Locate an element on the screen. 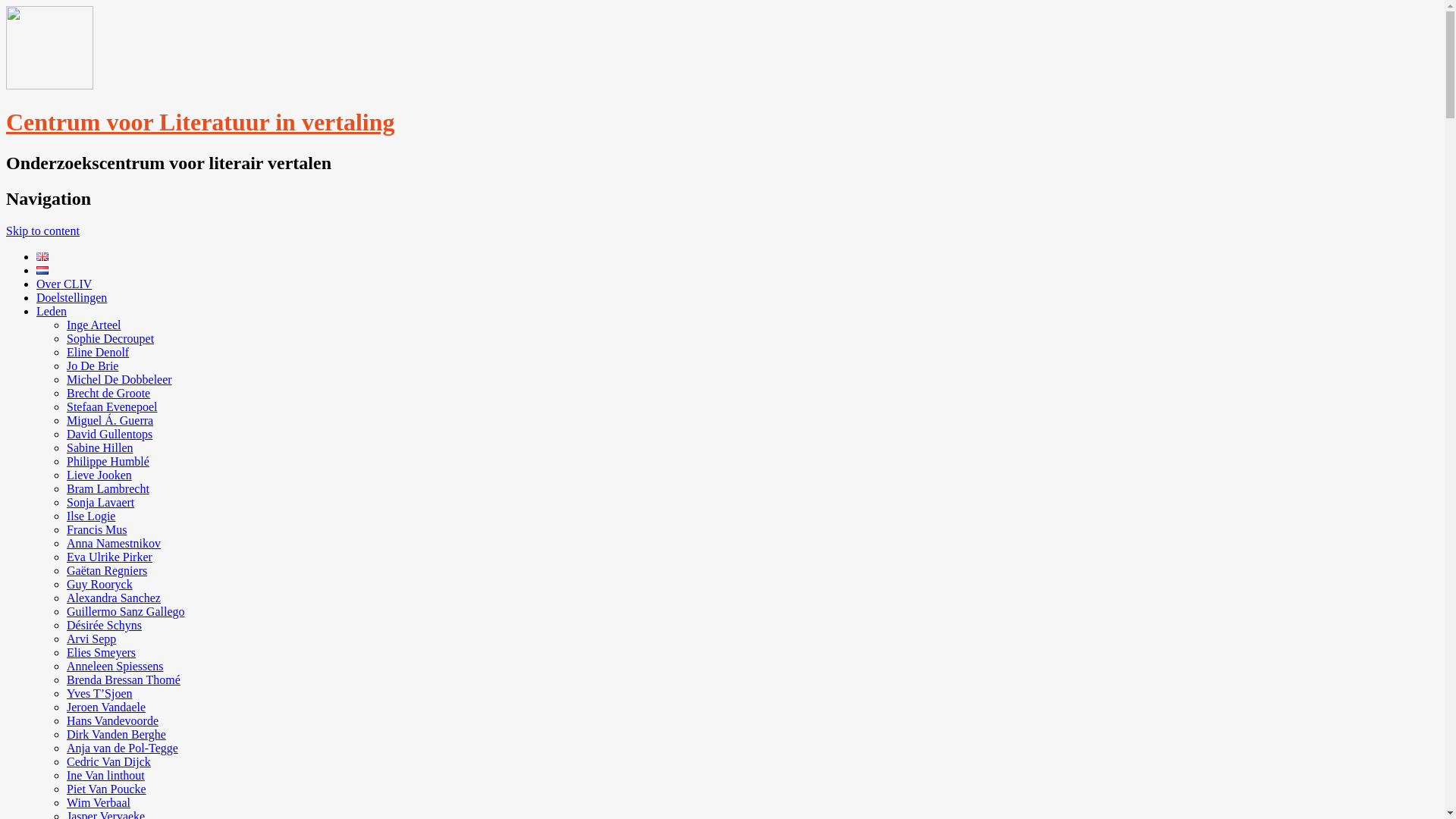 The height and width of the screenshot is (819, 1456). 'Hans Vandevoorde' is located at coordinates (111, 720).